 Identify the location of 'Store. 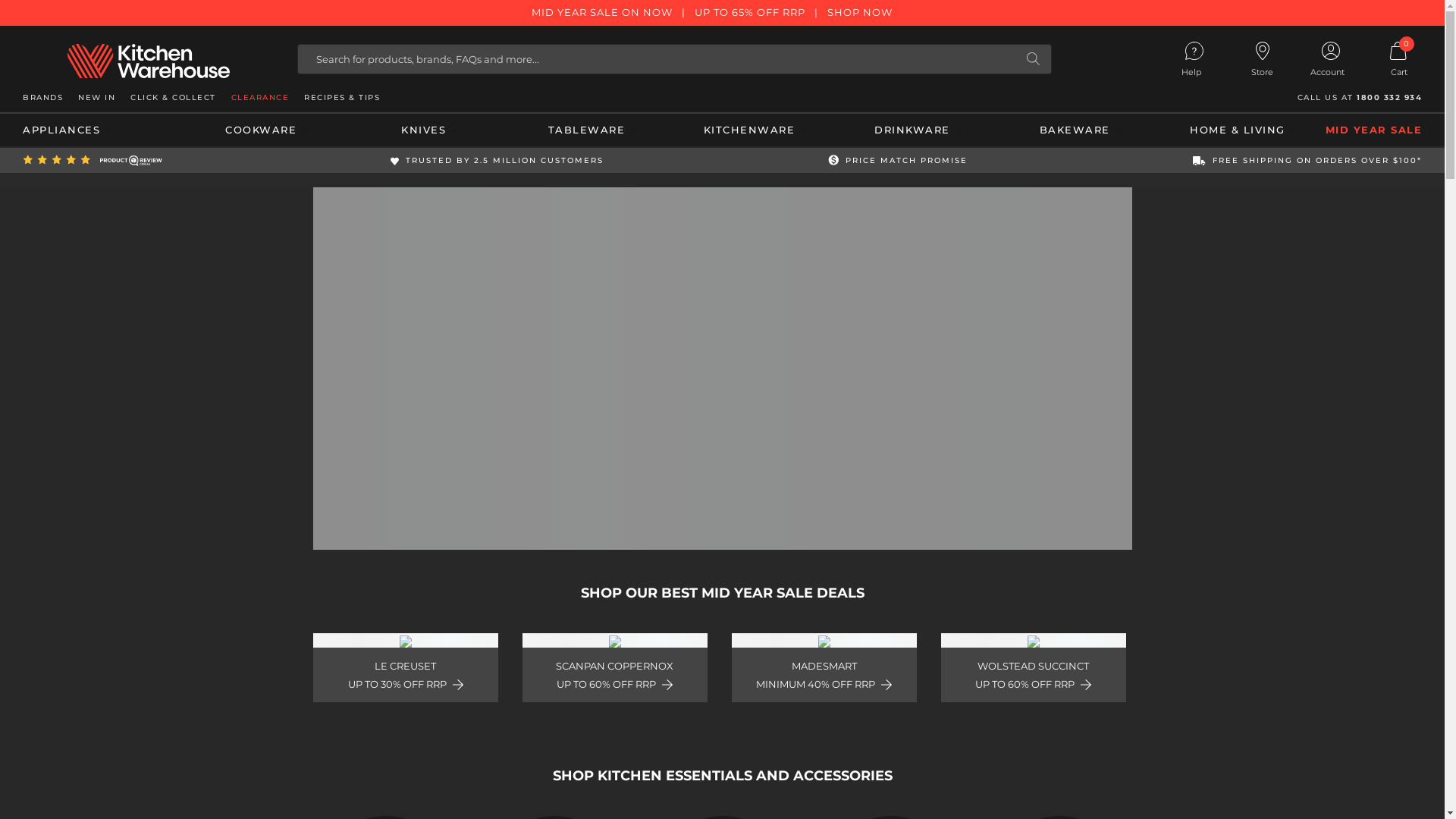
(1263, 58).